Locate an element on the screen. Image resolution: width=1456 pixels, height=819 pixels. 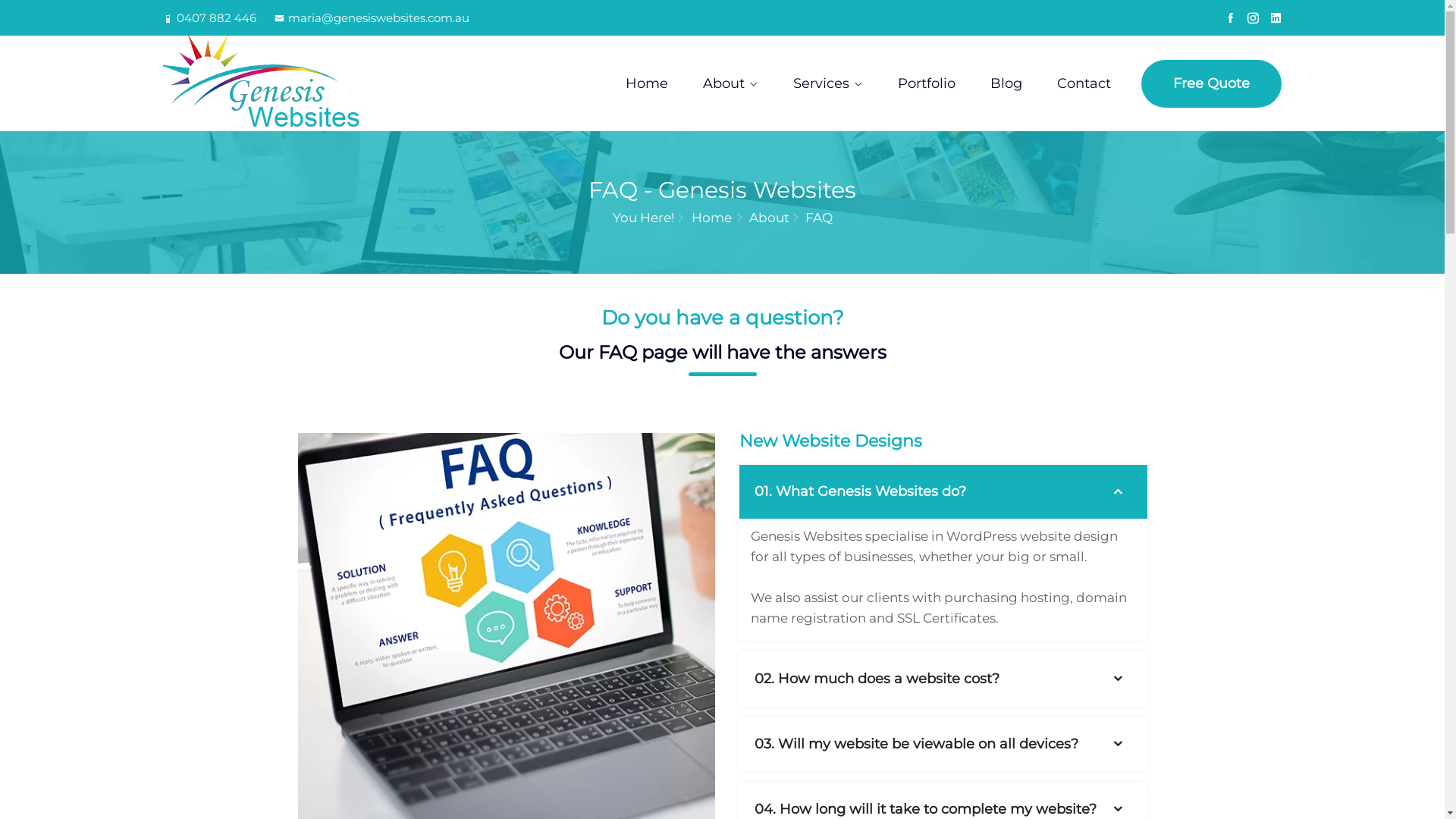
'03. Will my website be viewable on all devices?' is located at coordinates (942, 743).